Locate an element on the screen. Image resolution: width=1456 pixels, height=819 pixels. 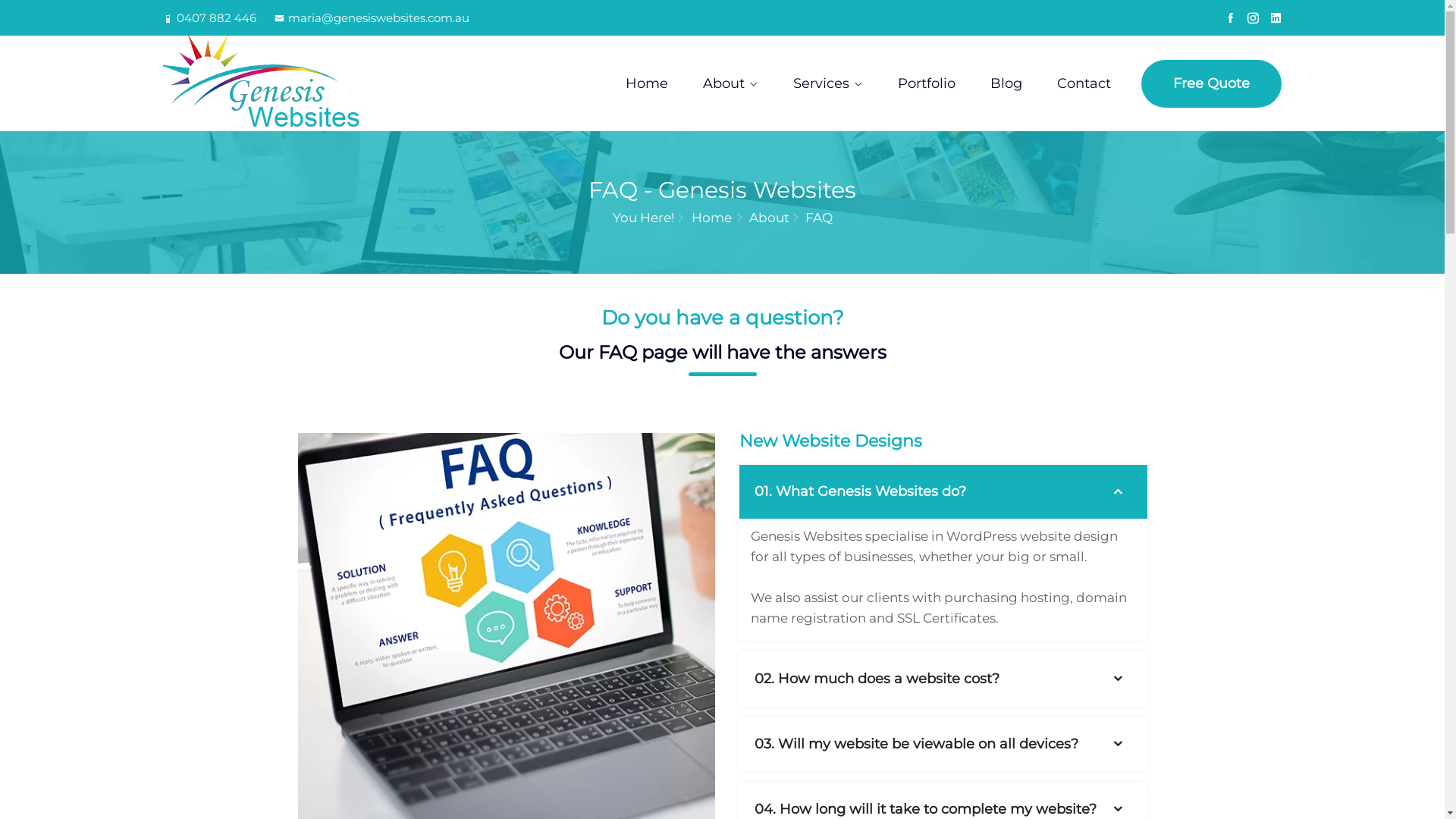
'03. Will my website be viewable on all devices?' is located at coordinates (942, 743).